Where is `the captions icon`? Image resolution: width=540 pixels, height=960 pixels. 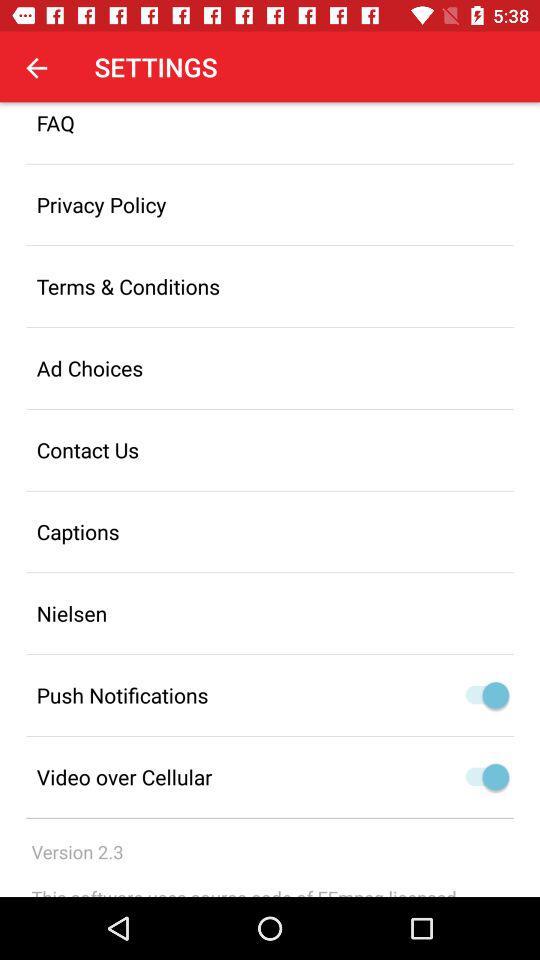
the captions icon is located at coordinates (270, 530).